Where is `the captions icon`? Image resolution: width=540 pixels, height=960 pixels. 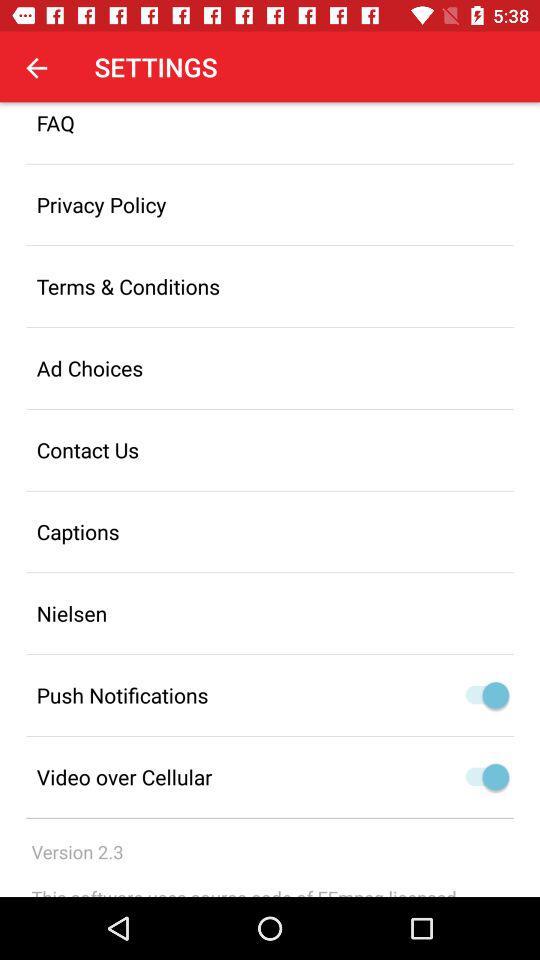
the captions icon is located at coordinates (270, 530).